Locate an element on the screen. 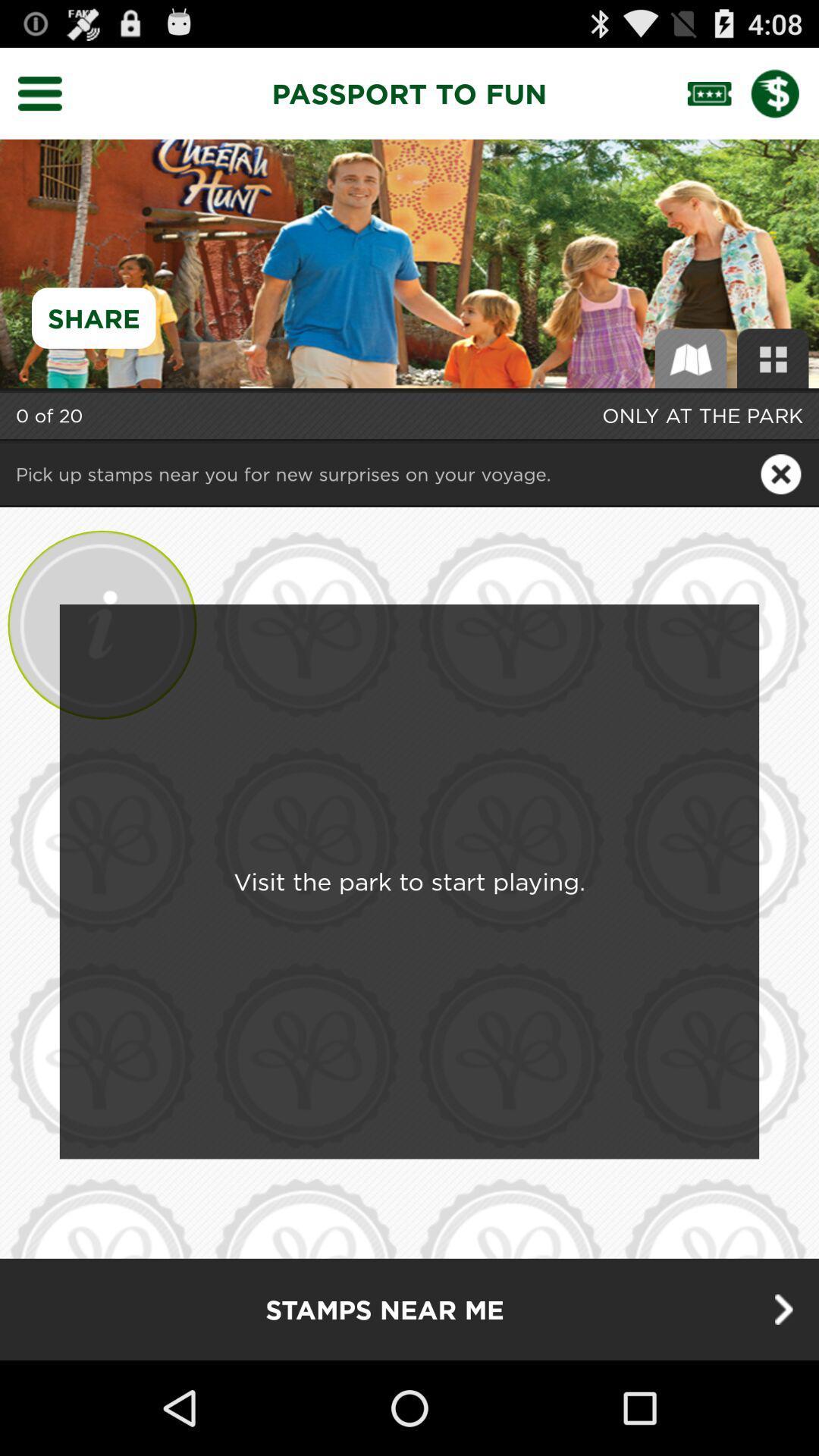 The width and height of the screenshot is (819, 1456). the book icon is located at coordinates (691, 384).